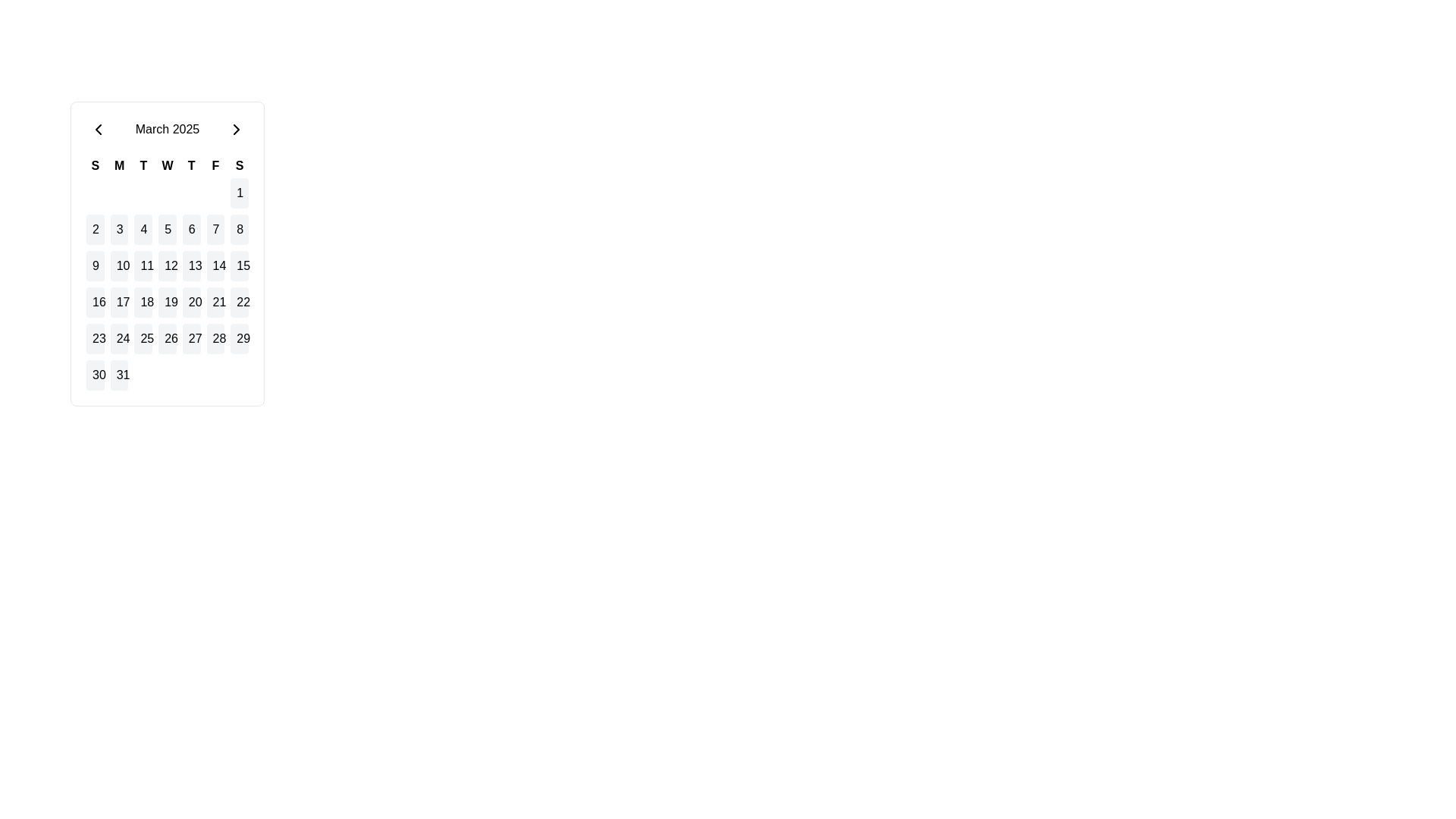 This screenshot has height=819, width=1456. Describe the element at coordinates (239, 302) in the screenshot. I see `the button representing the date '22nd'` at that location.